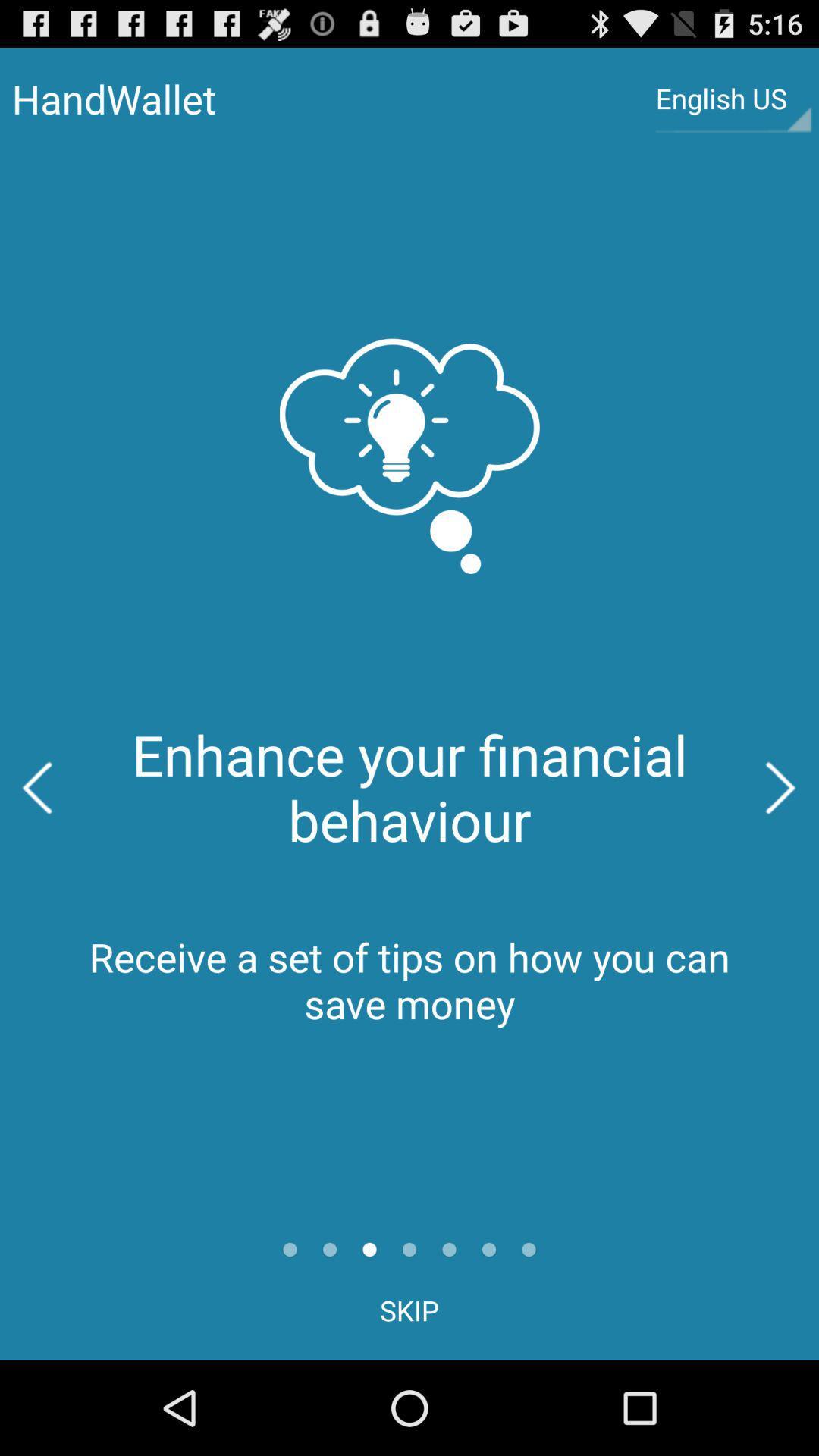  What do you see at coordinates (733, 98) in the screenshot?
I see `english us item` at bounding box center [733, 98].